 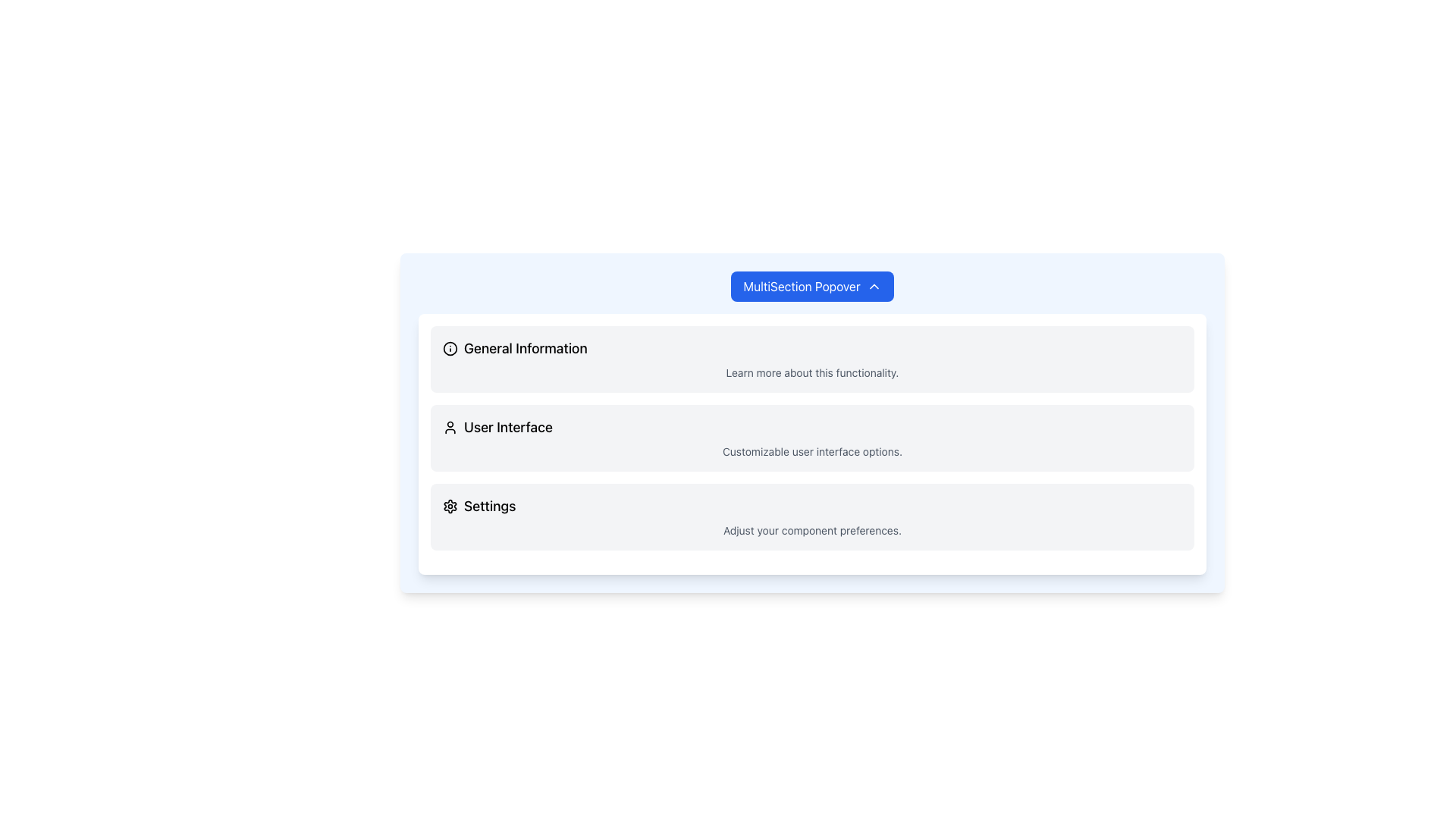 What do you see at coordinates (811, 451) in the screenshot?
I see `the text label displaying 'Customizable user interface options.' which is styled with a small font and gray color, located below the header 'User Interface.'` at bounding box center [811, 451].